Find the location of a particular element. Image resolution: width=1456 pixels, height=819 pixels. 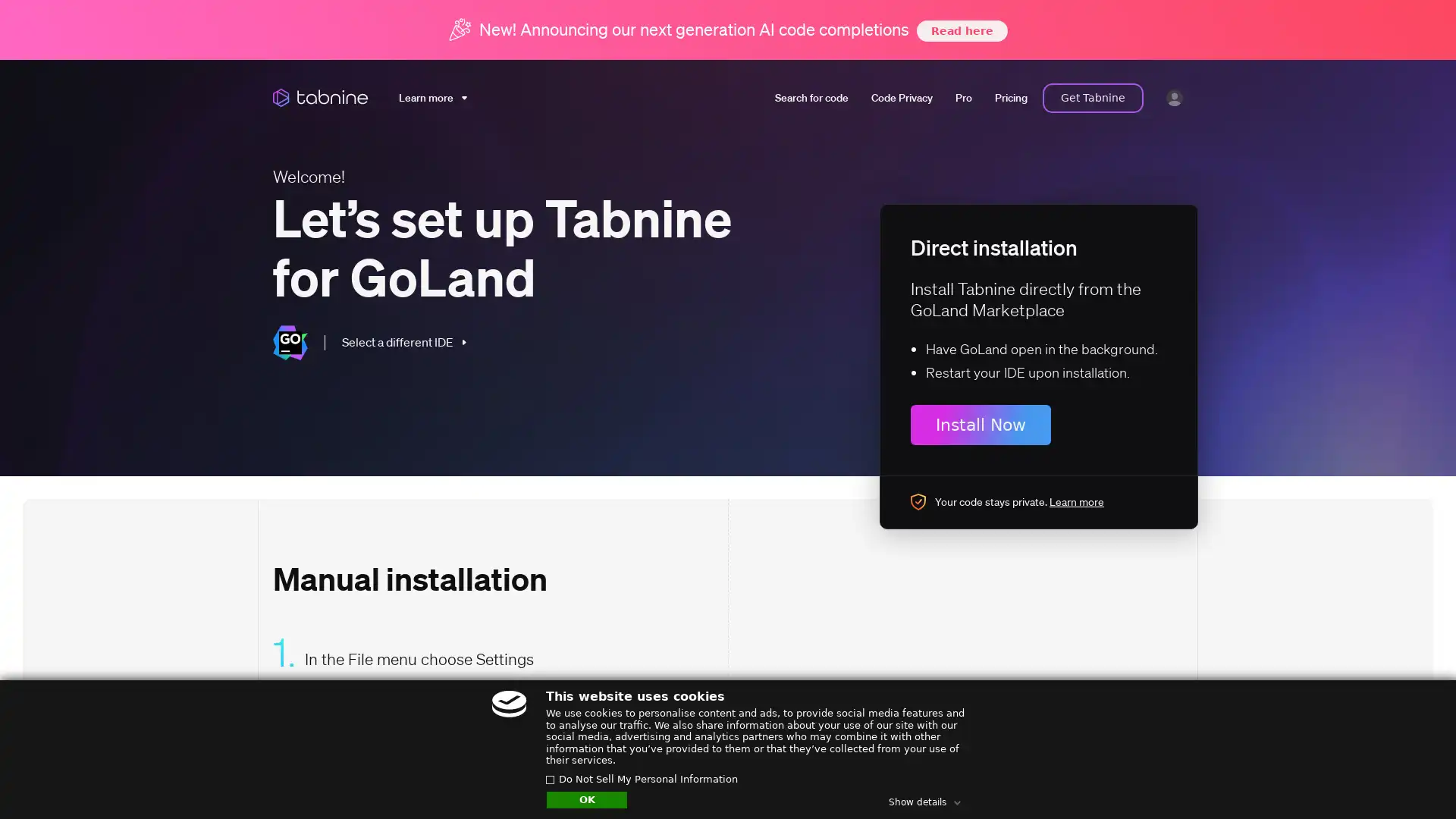

Dismiss Message is located at coordinates (1376, 761).